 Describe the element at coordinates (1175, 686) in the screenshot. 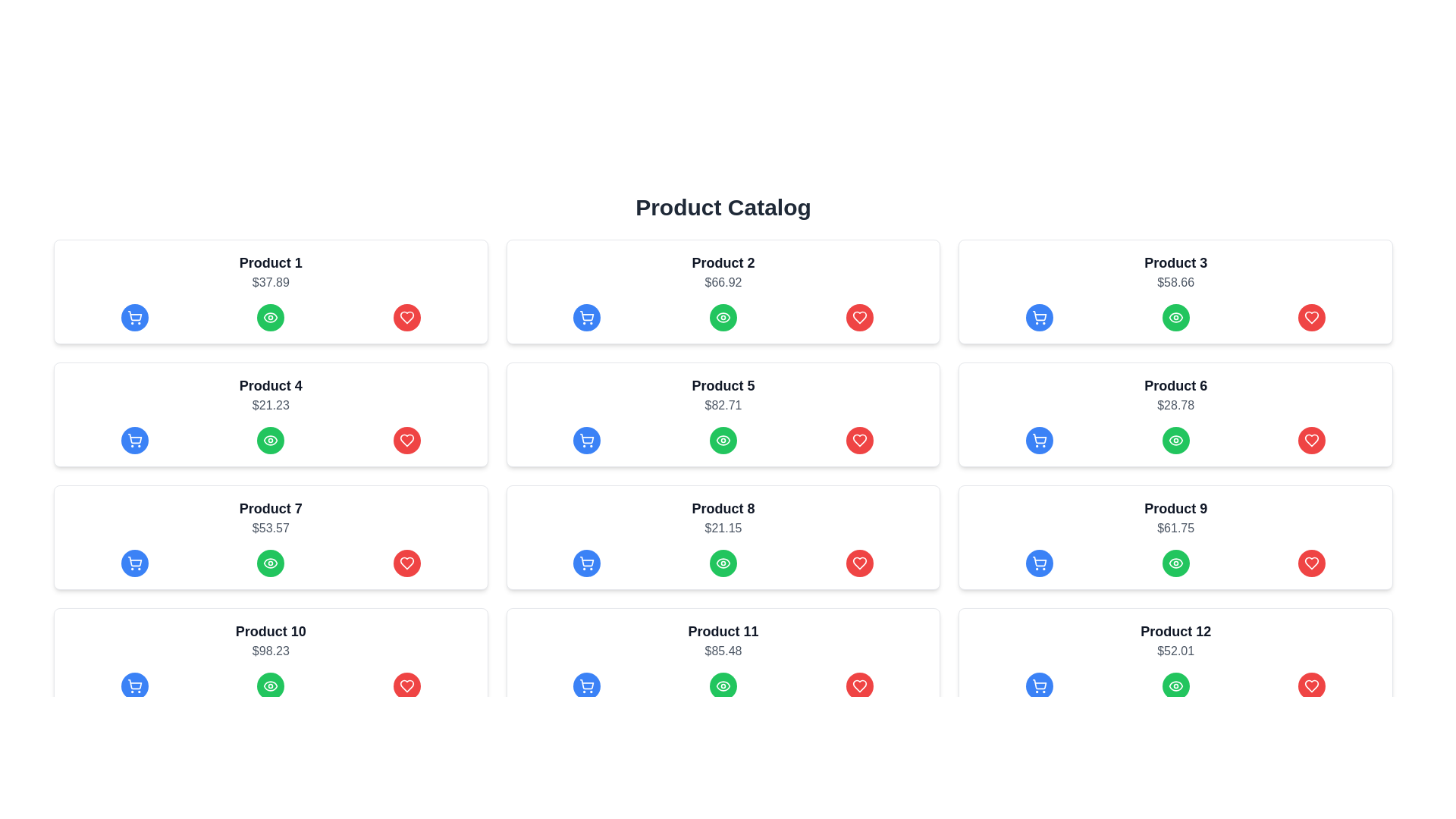

I see `the green preview button for 'Product 12'` at that location.